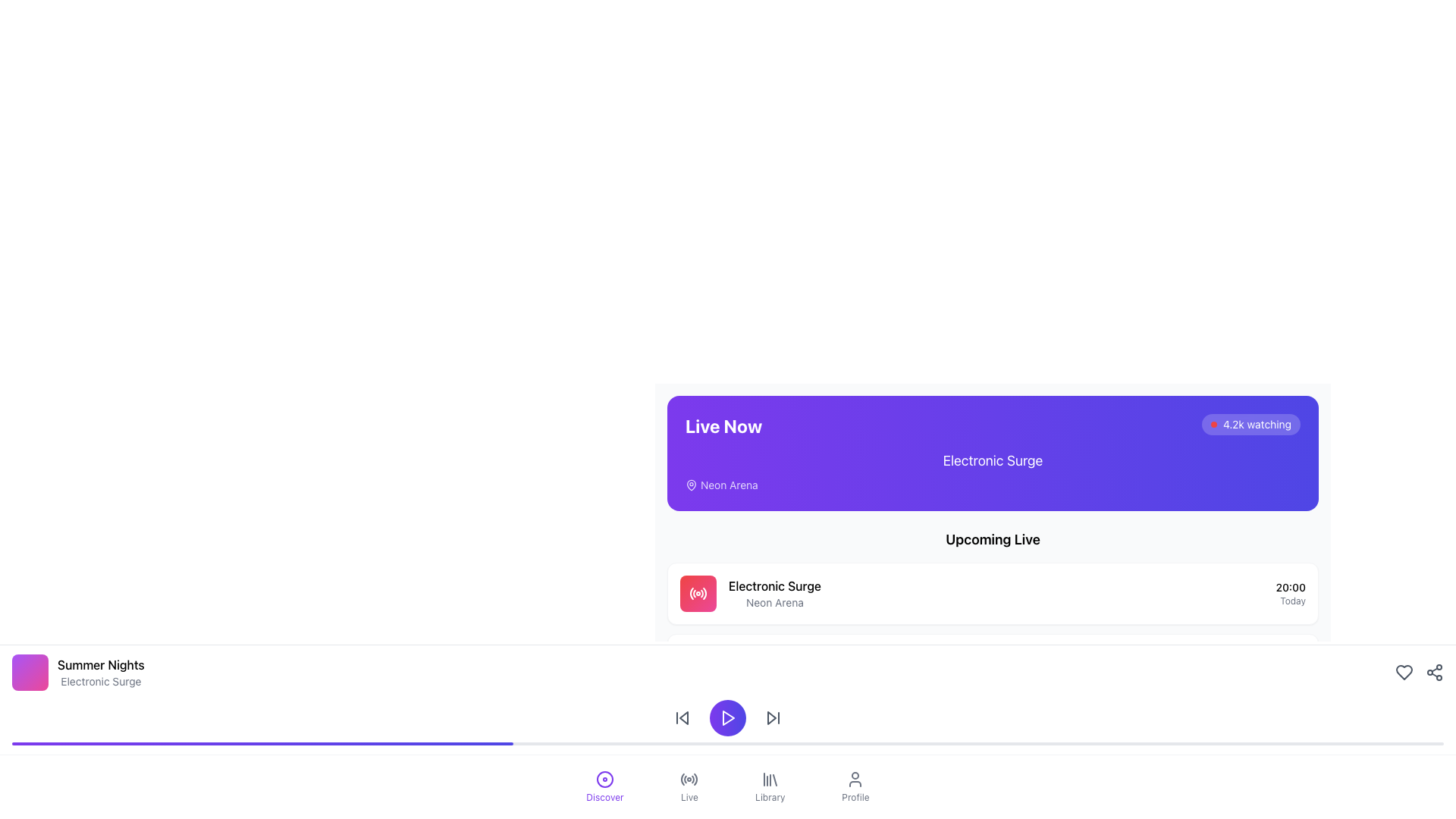  What do you see at coordinates (728, 742) in the screenshot?
I see `and drag the Progress Bar, which is a horizontal slim, rounded rectangle with a violet to indigo gradient, to change the progress` at bounding box center [728, 742].